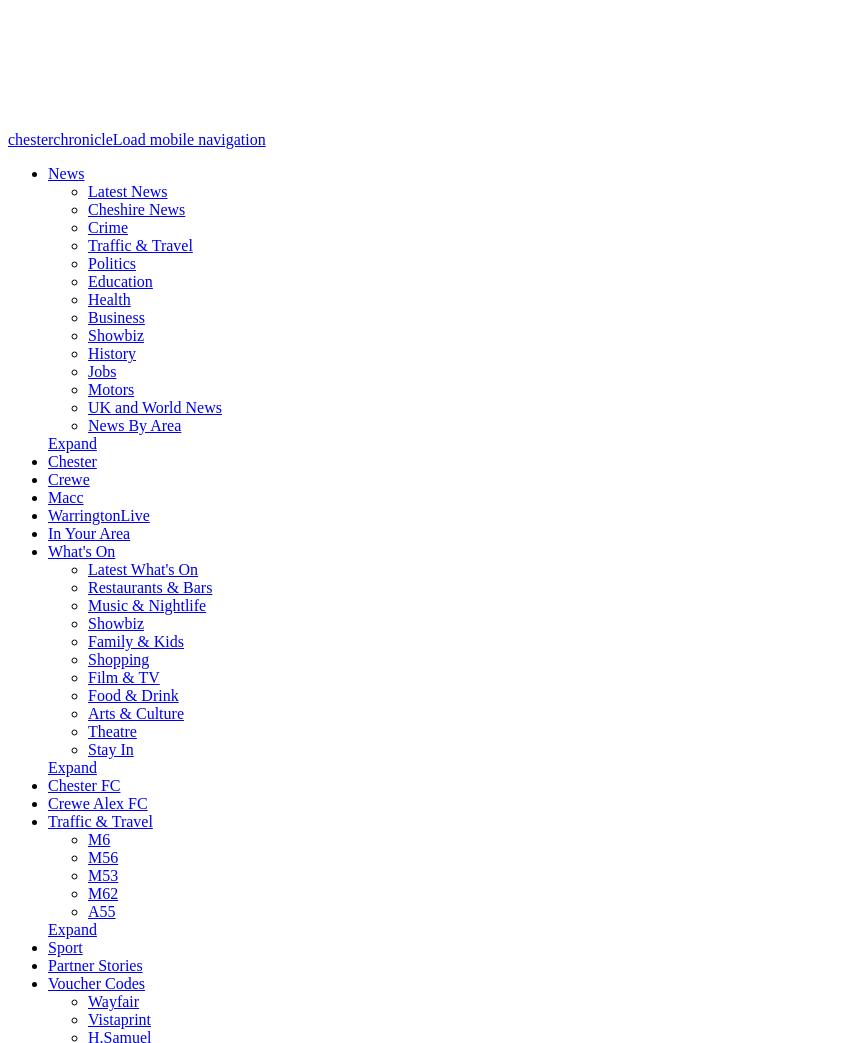  I want to click on 'Music & Nightlife', so click(145, 604).